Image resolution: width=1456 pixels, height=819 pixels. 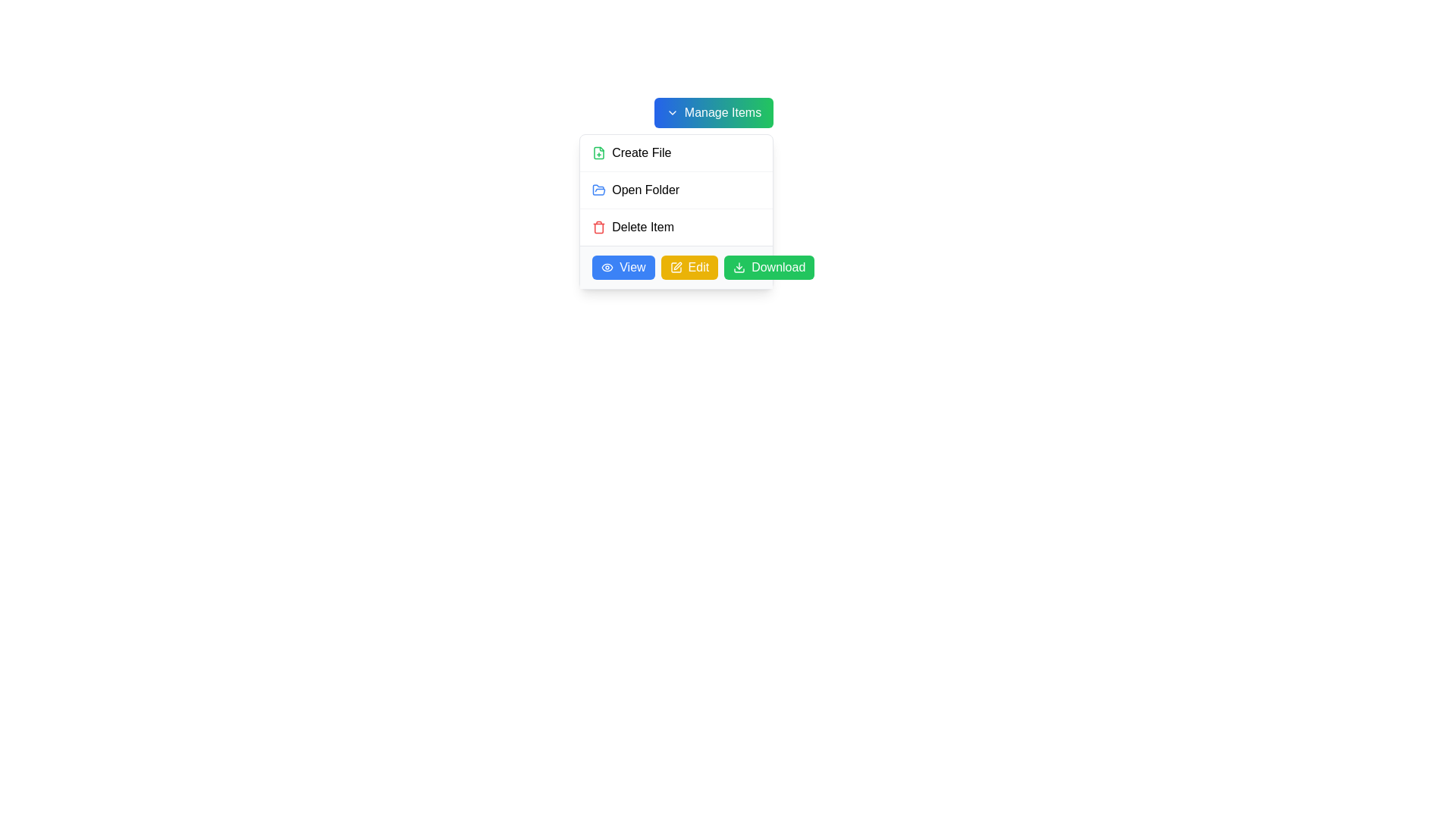 What do you see at coordinates (598, 228) in the screenshot?
I see `the rectangular base of the trash icon, which is part of the 'Delete Item' row in the menu interface` at bounding box center [598, 228].